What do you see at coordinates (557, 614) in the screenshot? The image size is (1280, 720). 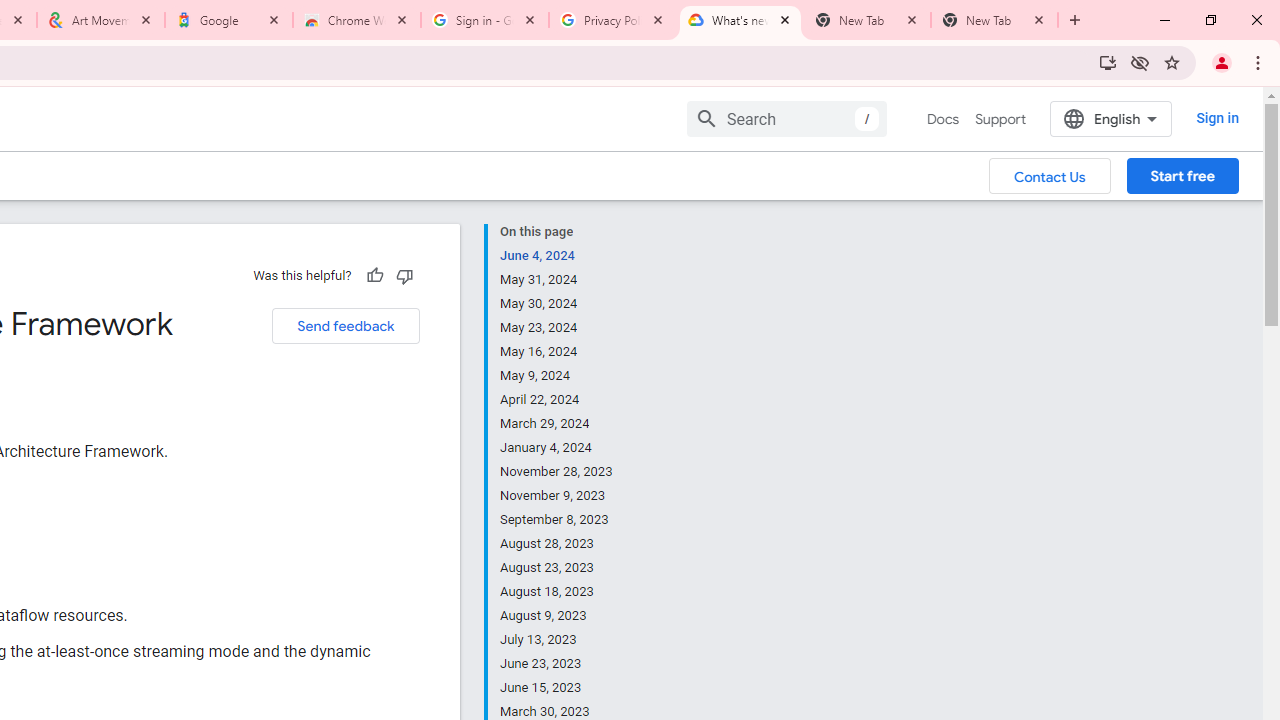 I see `'August 9, 2023'` at bounding box center [557, 614].